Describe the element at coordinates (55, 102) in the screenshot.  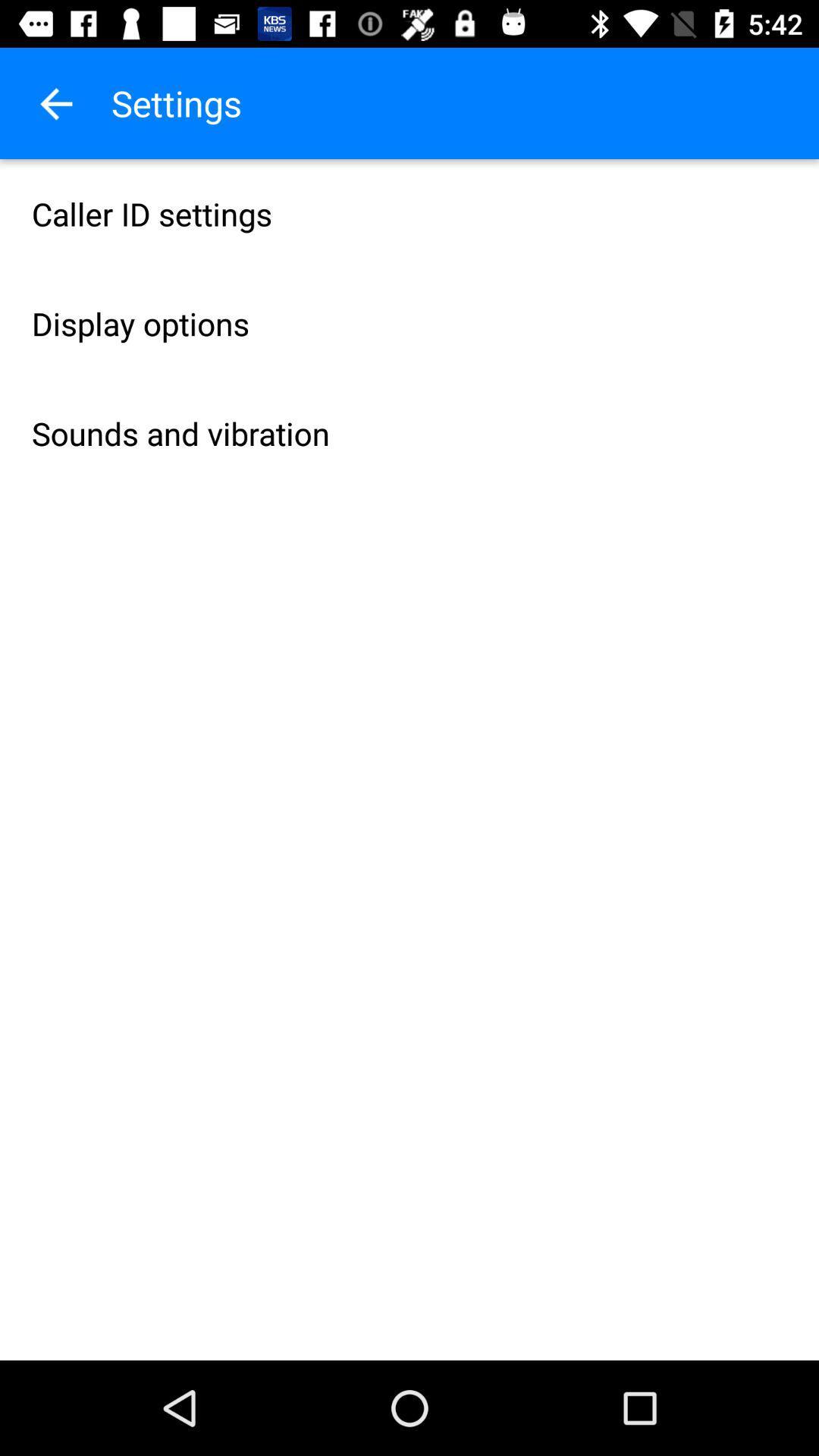
I see `the item next to settings` at that location.